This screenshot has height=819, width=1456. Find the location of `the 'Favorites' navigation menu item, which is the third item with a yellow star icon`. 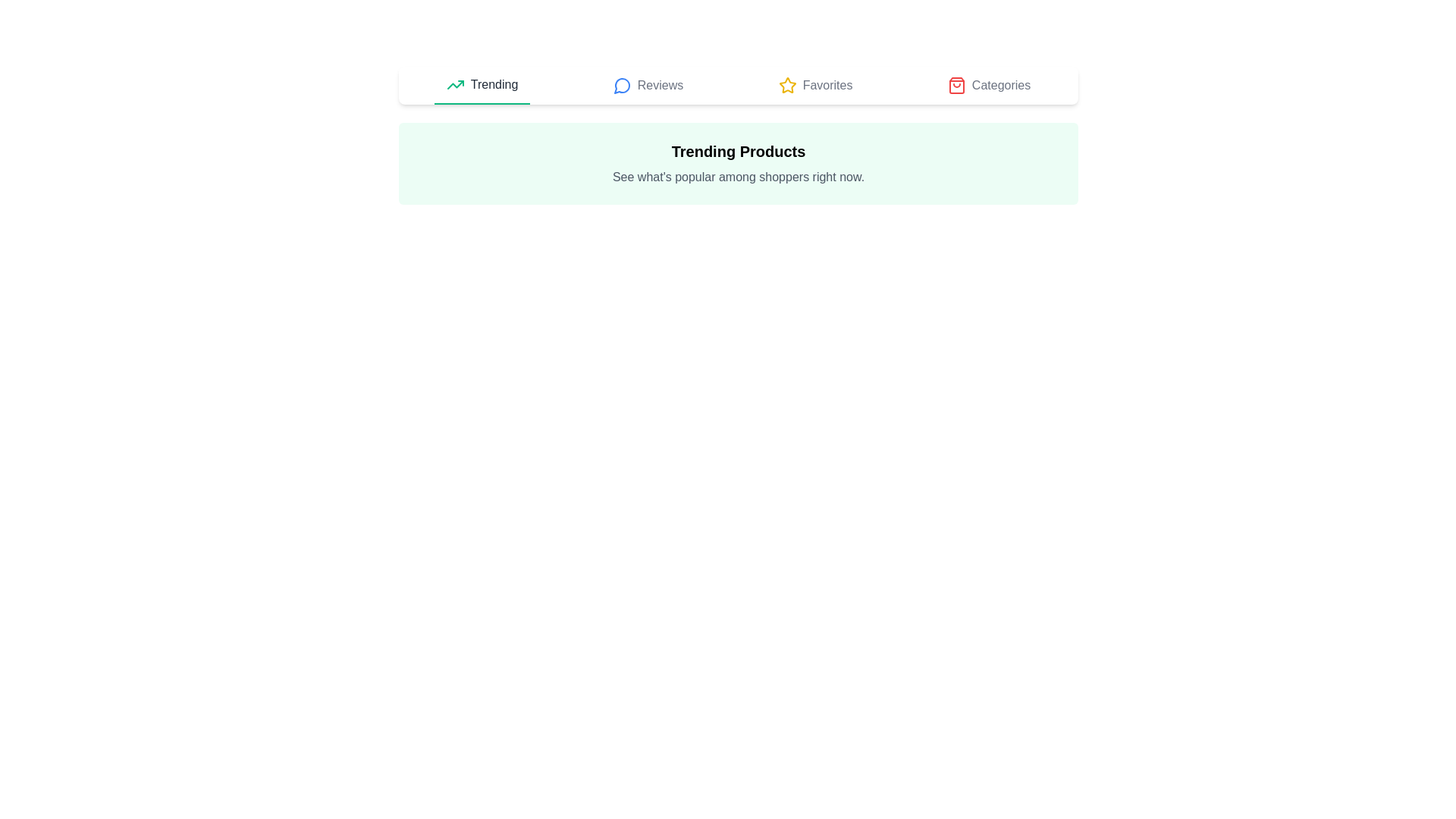

the 'Favorites' navigation menu item, which is the third item with a yellow star icon is located at coordinates (814, 85).